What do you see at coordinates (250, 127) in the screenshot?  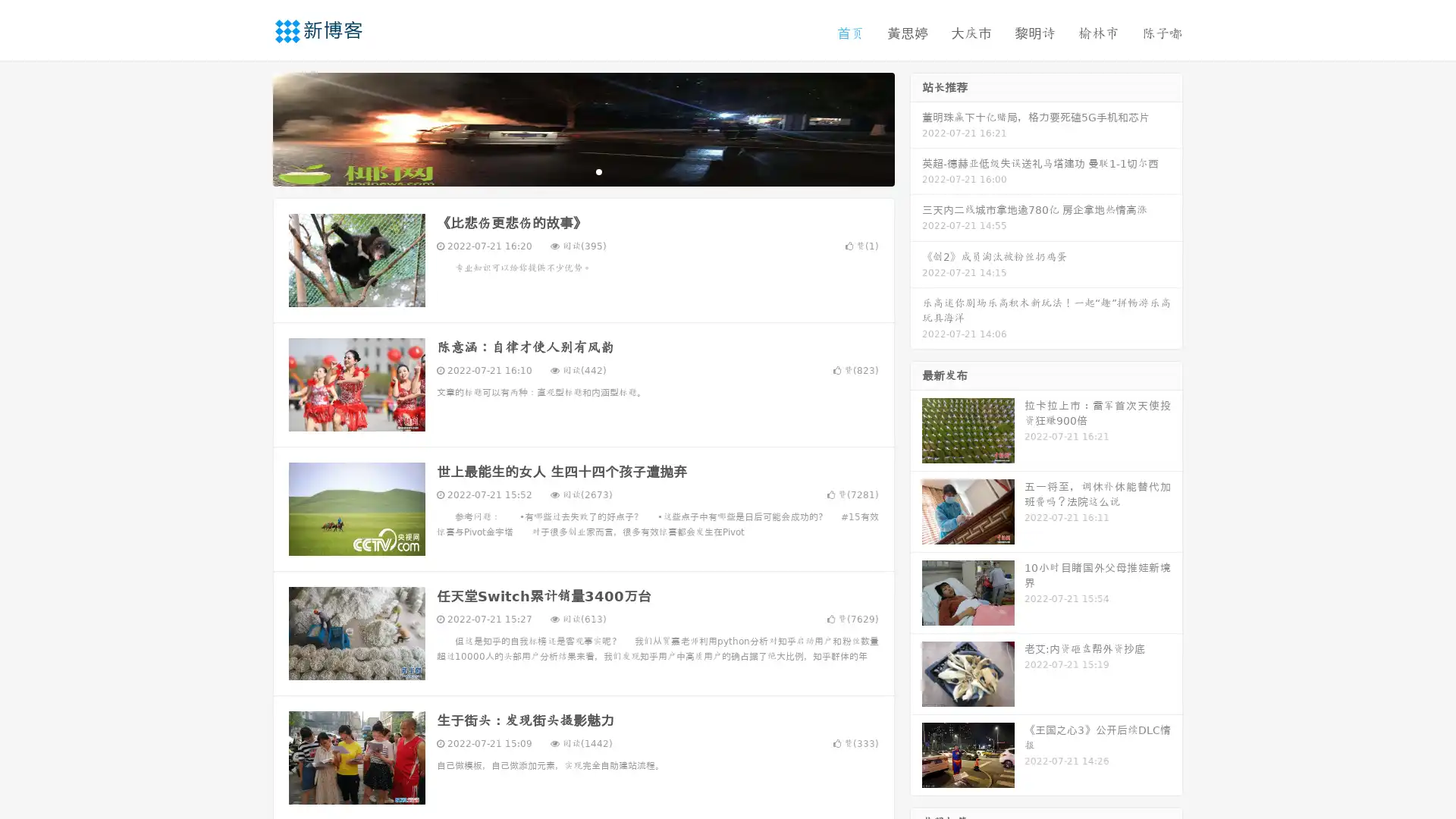 I see `Previous slide` at bounding box center [250, 127].